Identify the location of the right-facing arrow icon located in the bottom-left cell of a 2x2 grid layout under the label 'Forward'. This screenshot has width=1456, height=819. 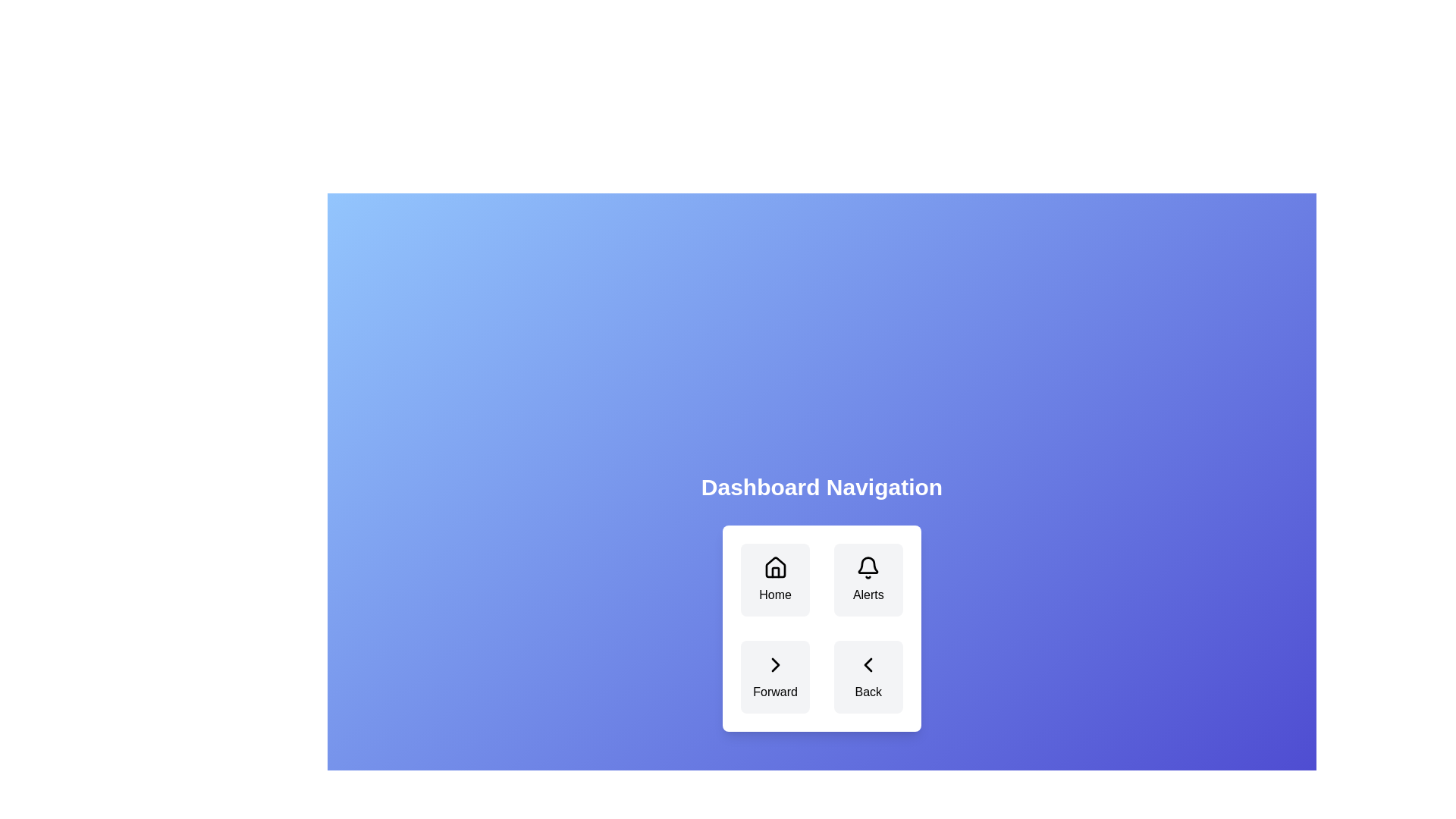
(775, 664).